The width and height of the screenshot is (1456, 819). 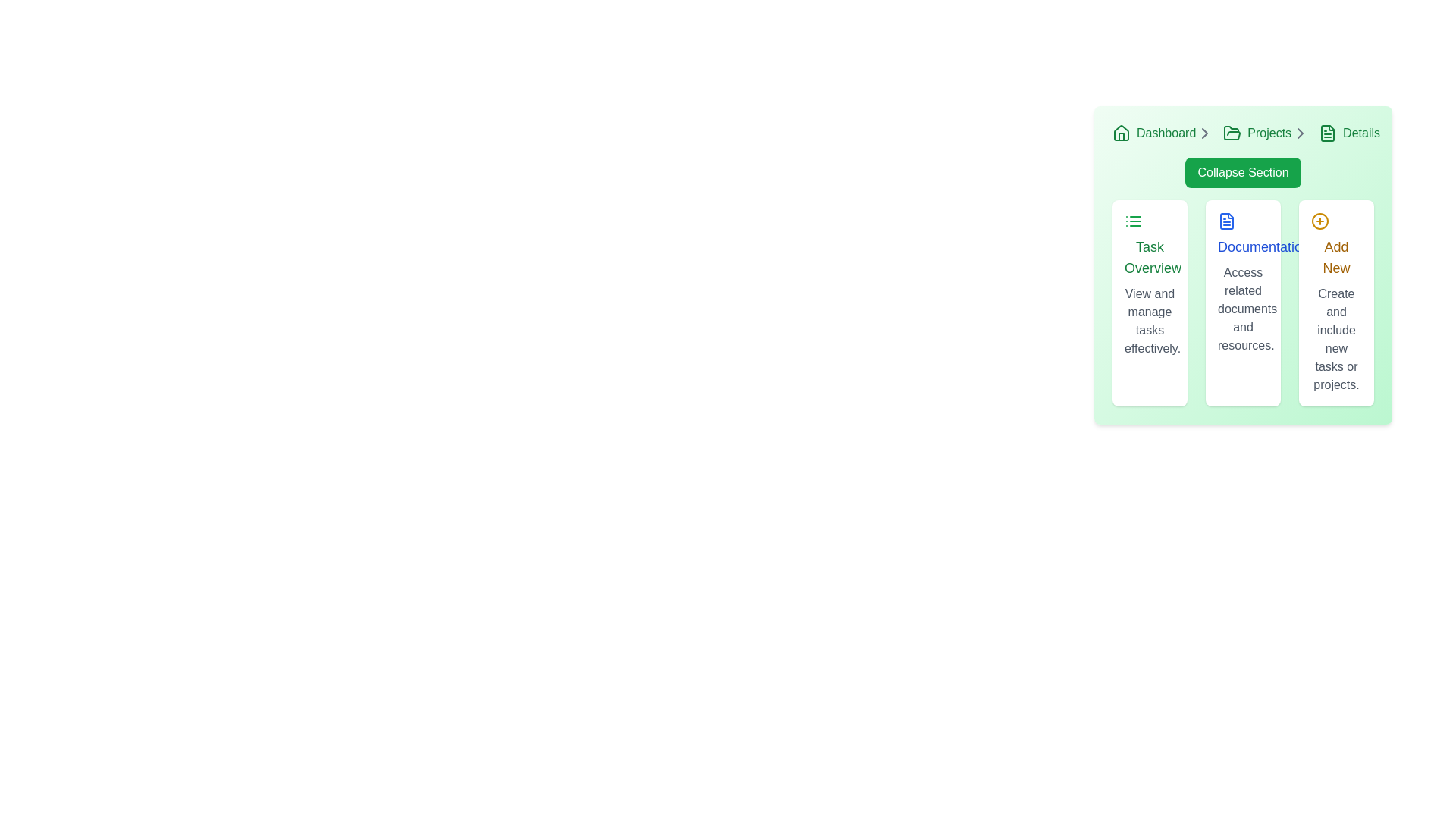 What do you see at coordinates (1166, 133) in the screenshot?
I see `the 'Dashboard' text navigation link, which is styled in bold green text and located next to a home icon in the top-left navigation area` at bounding box center [1166, 133].